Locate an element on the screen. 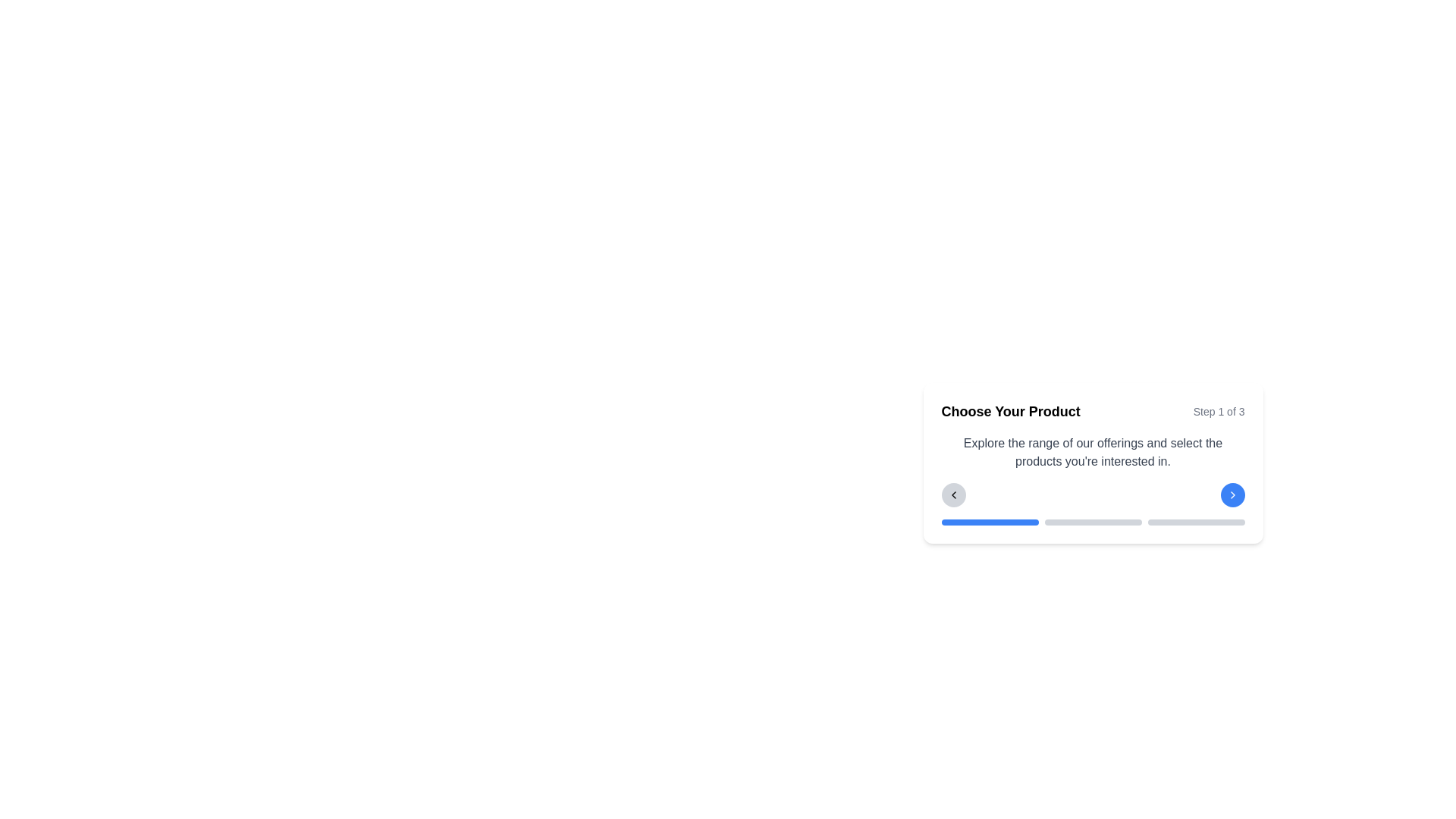  the first progress indicator bar, which visually represents the current step in a multi-step process, located at the bottom of a card-like interface section is located at coordinates (990, 522).